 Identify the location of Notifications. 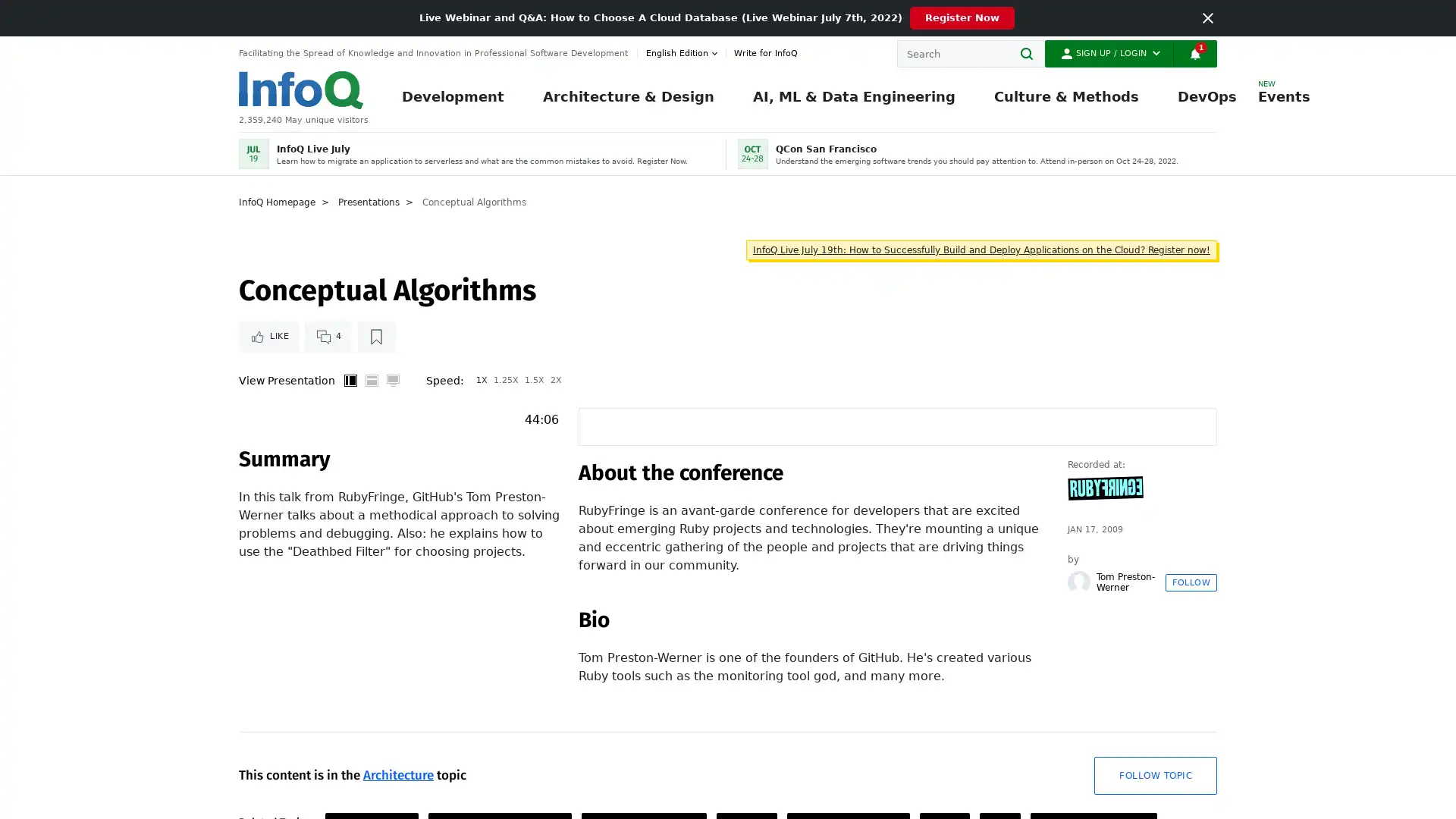
(1194, 52).